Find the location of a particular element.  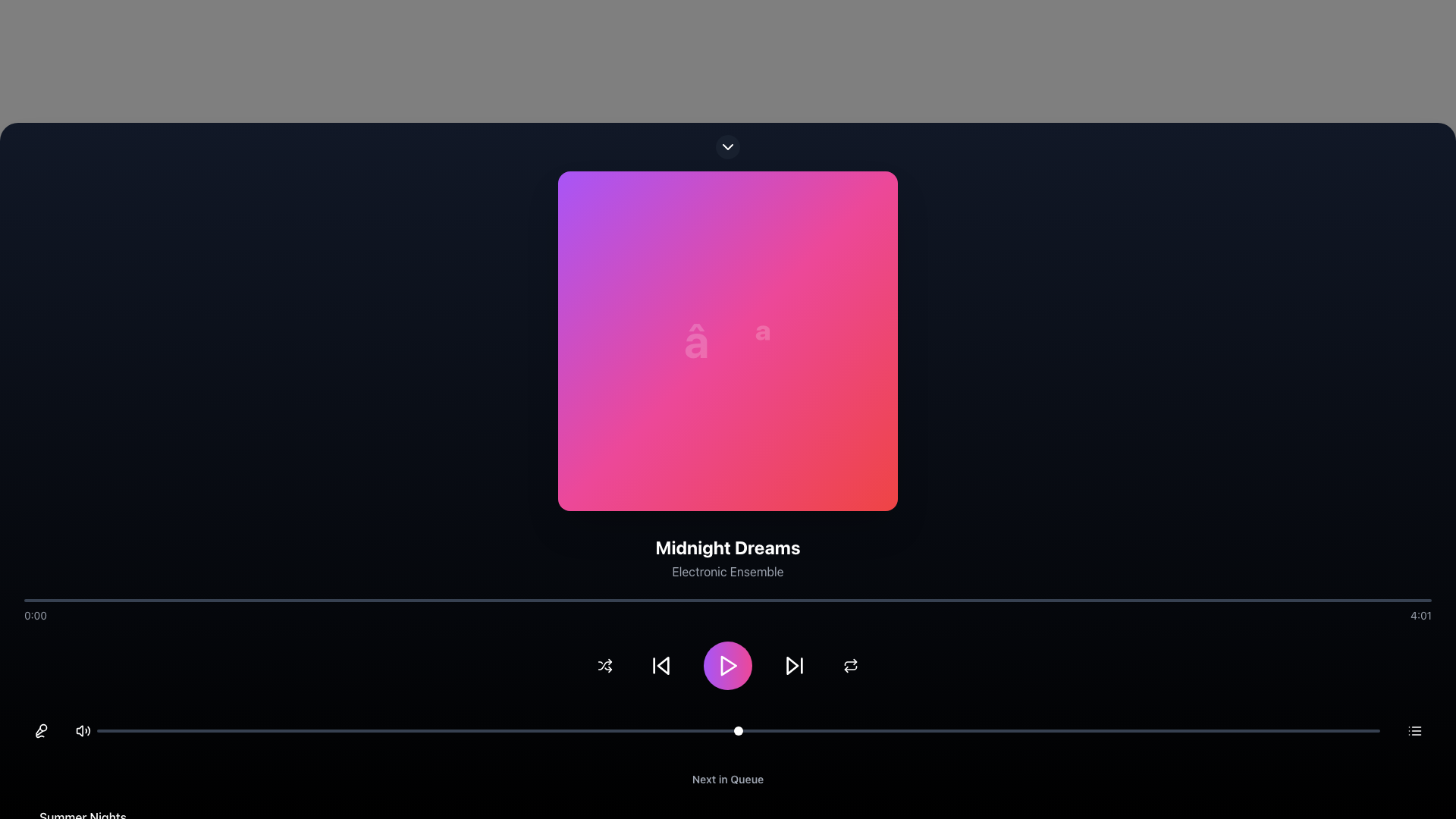

the Button that expands or collapses additional content, centrally positioned above the colorful square image is located at coordinates (728, 146).